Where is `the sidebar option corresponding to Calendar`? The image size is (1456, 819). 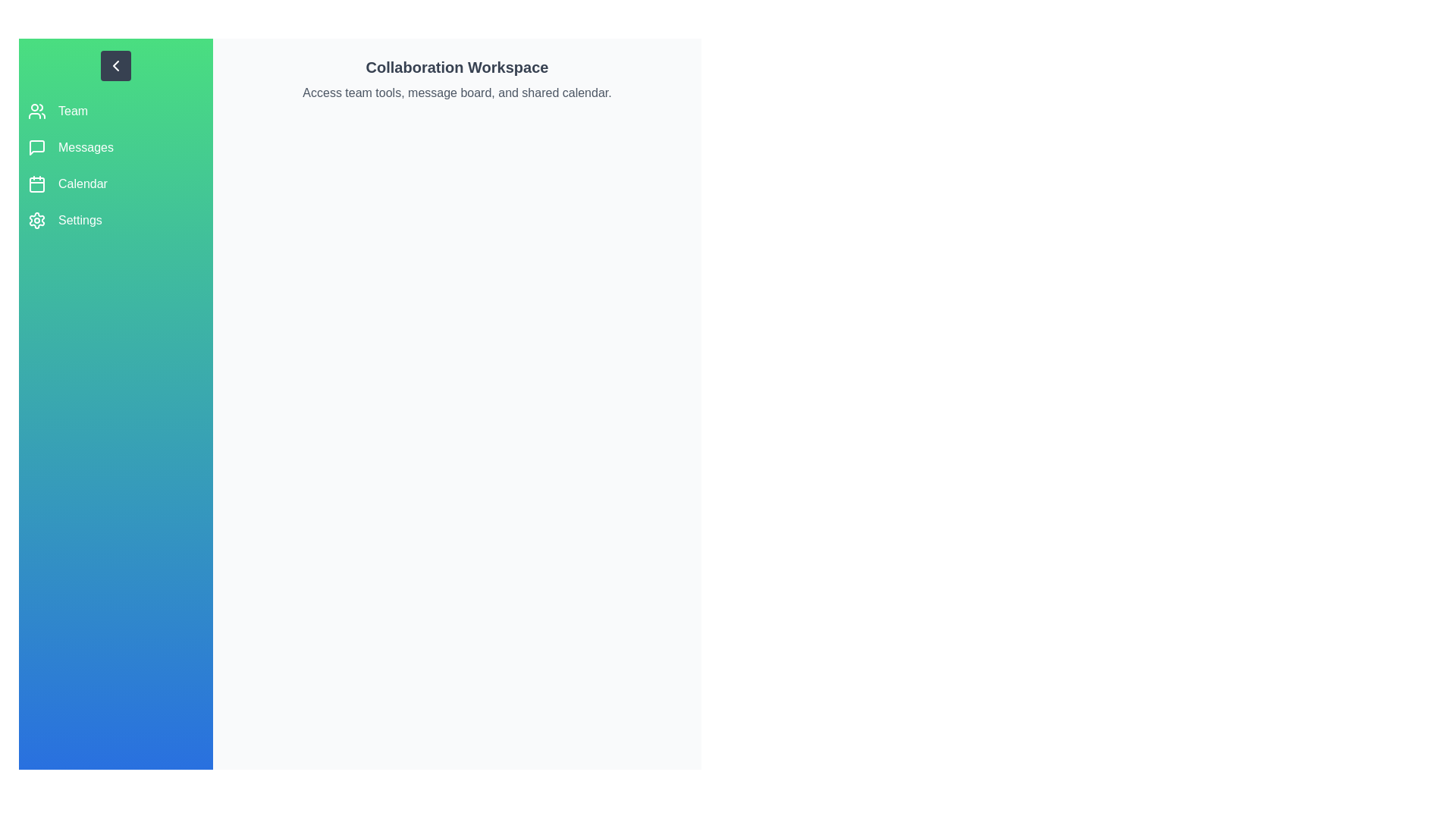
the sidebar option corresponding to Calendar is located at coordinates (115, 184).